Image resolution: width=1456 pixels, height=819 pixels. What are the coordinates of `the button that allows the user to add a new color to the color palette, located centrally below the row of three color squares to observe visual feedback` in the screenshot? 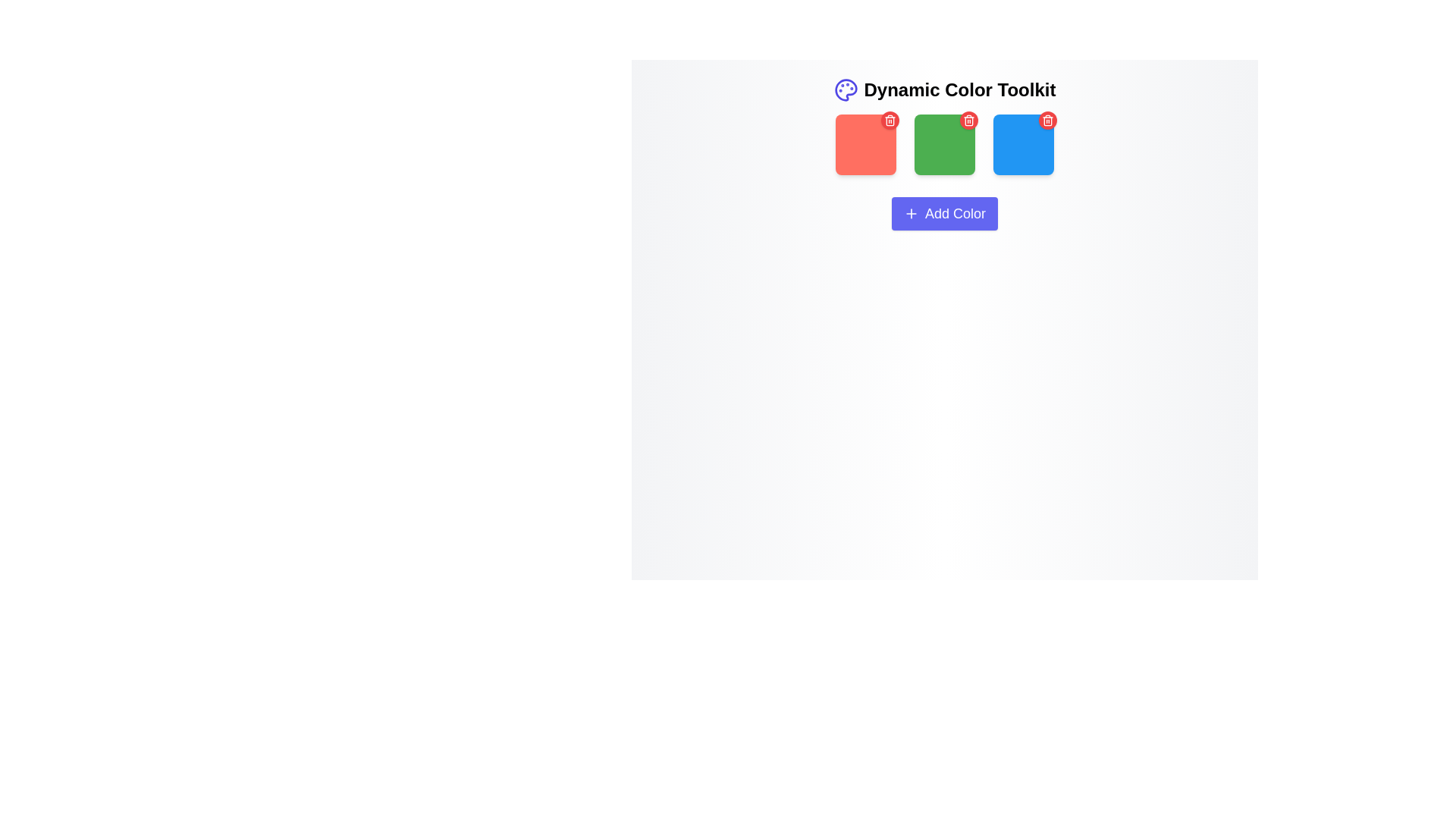 It's located at (944, 213).